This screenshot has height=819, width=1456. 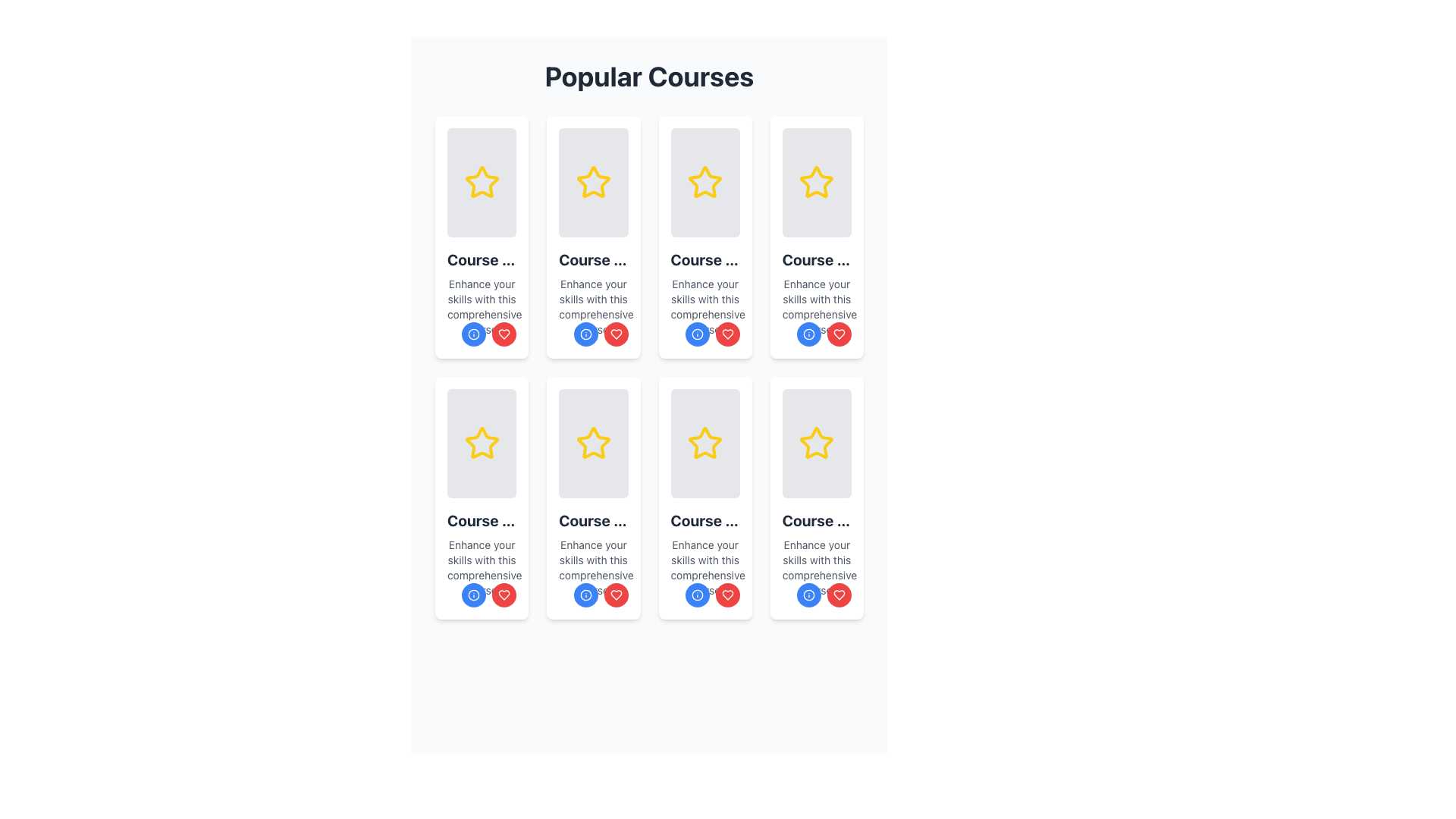 I want to click on the yellow star icon located in the upper section of the card component in the second column of the first row in the grid layout, so click(x=592, y=181).